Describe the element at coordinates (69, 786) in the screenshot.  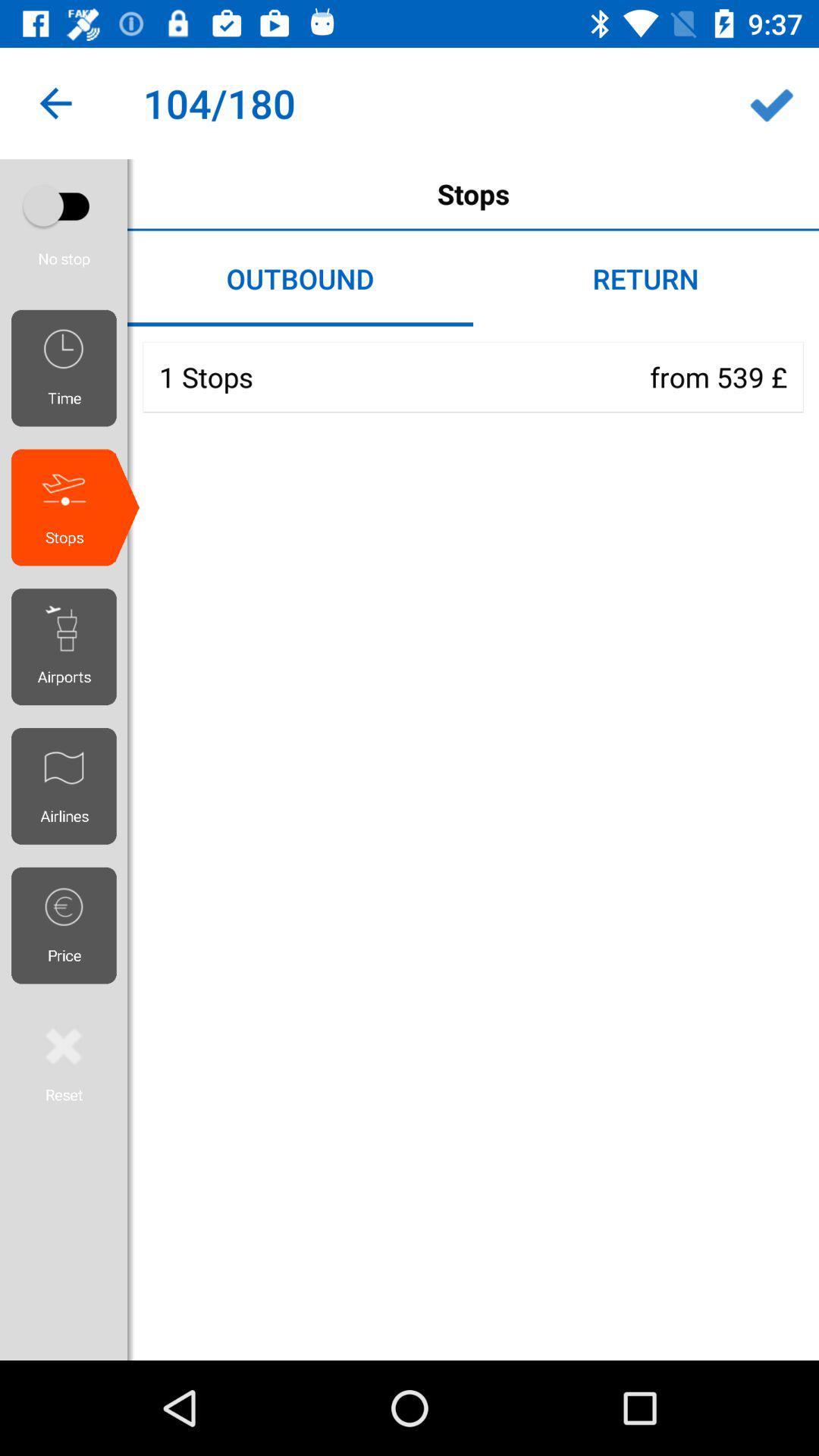
I see `the item above the price item` at that location.